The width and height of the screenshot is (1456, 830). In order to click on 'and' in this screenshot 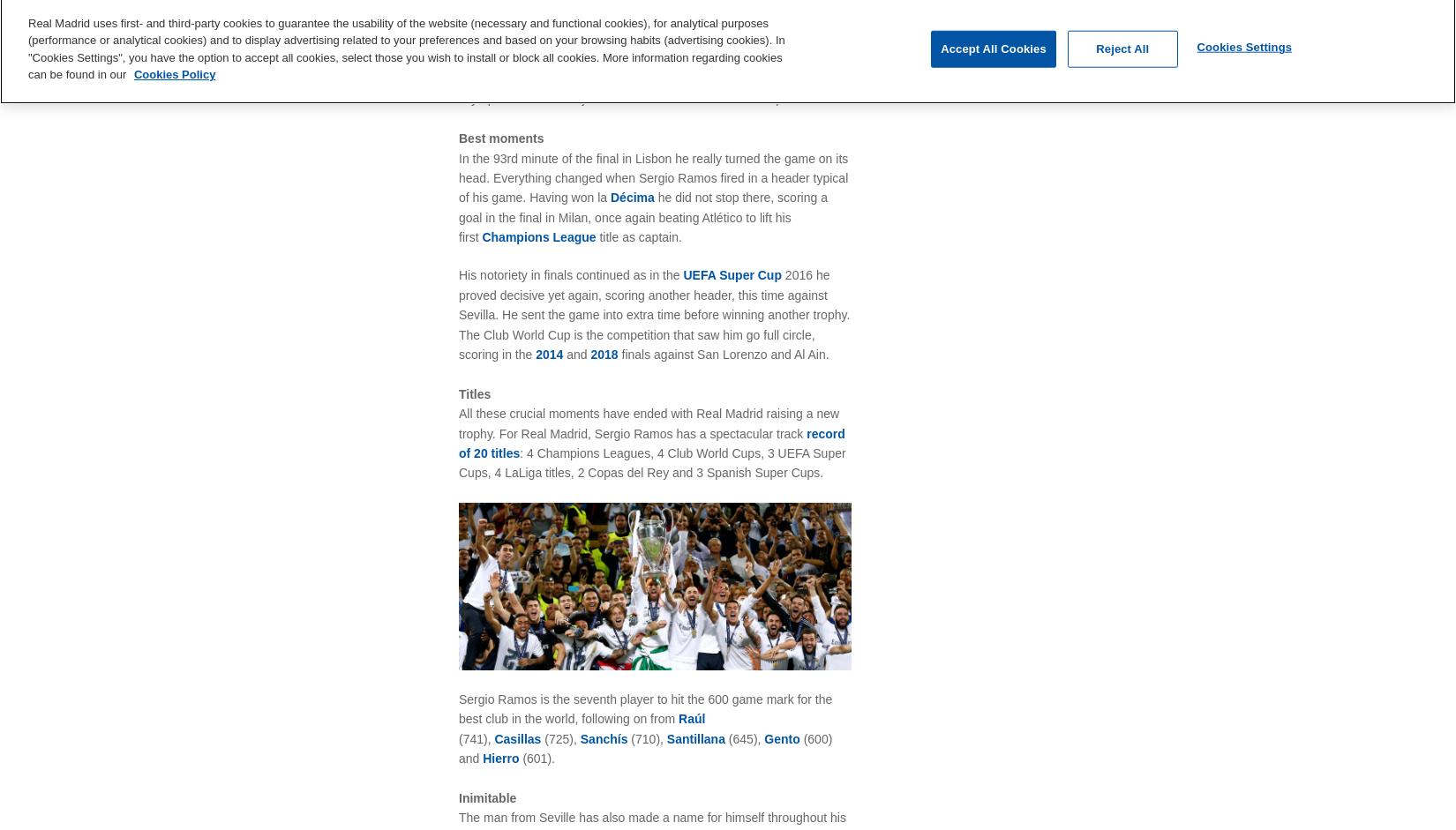, I will do `click(577, 353)`.